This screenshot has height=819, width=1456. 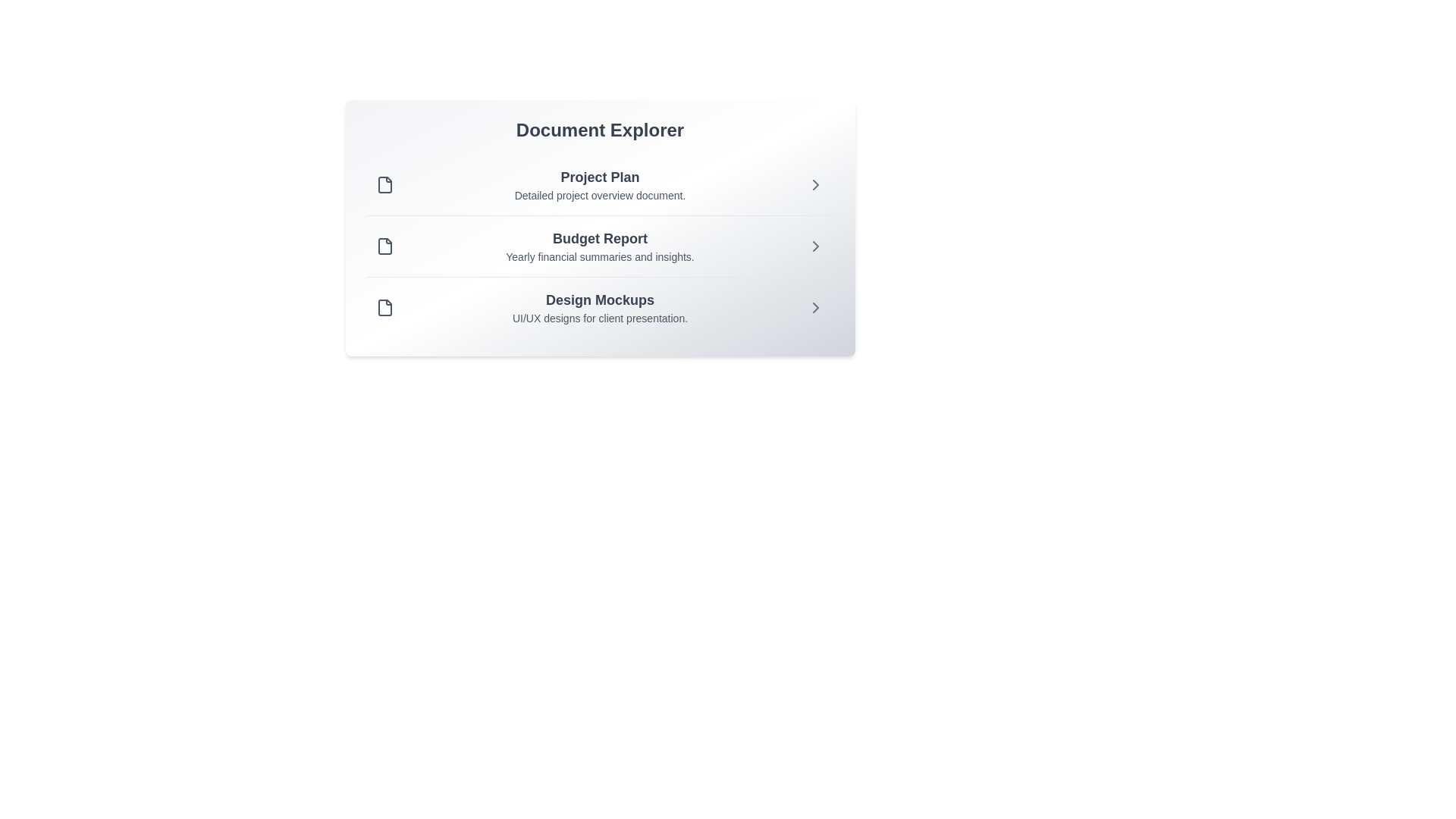 I want to click on the chevron icon next to the document titled 'Design Mockups' to view its details, so click(x=814, y=307).